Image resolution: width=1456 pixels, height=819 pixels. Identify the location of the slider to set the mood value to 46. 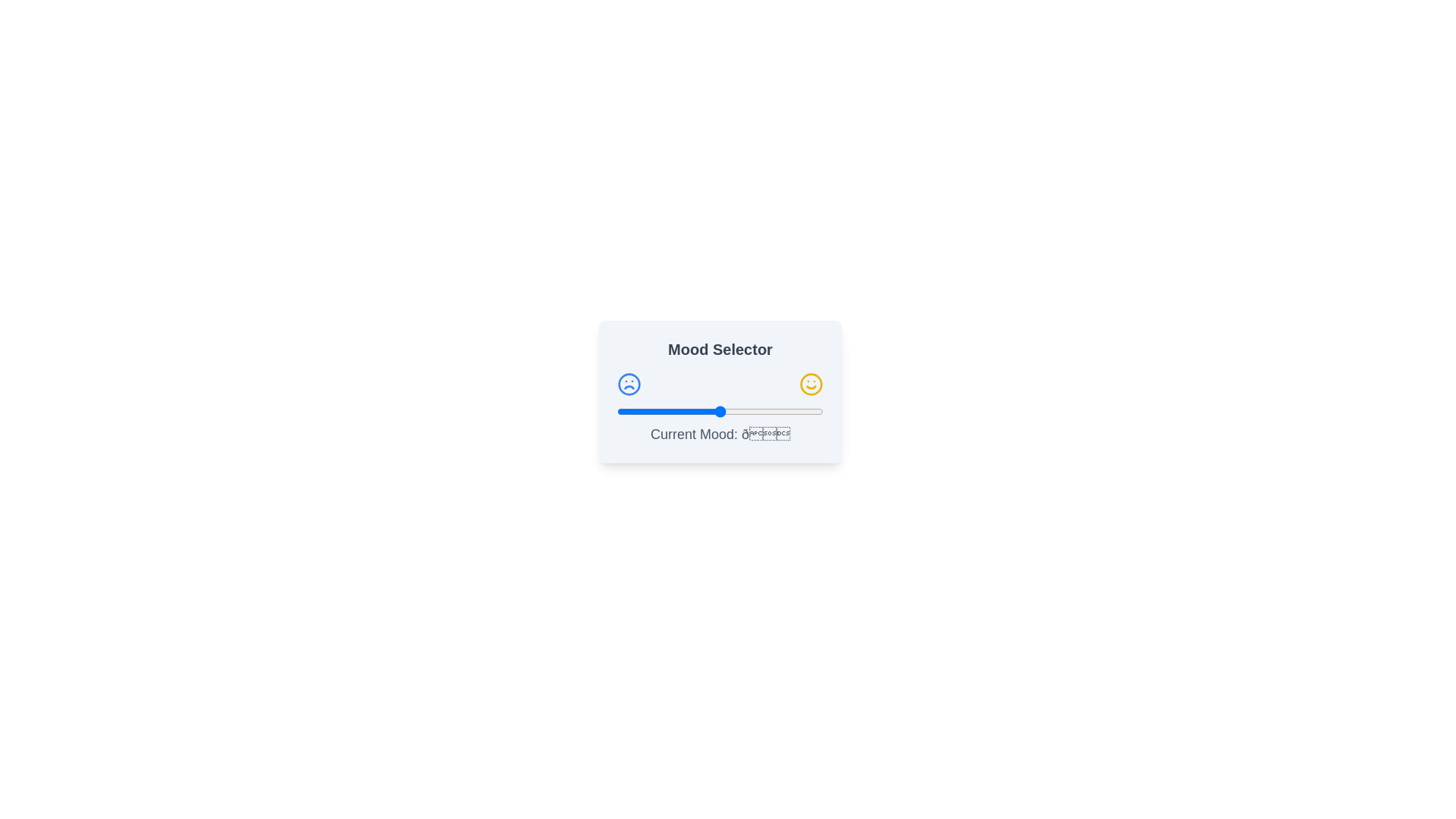
(711, 412).